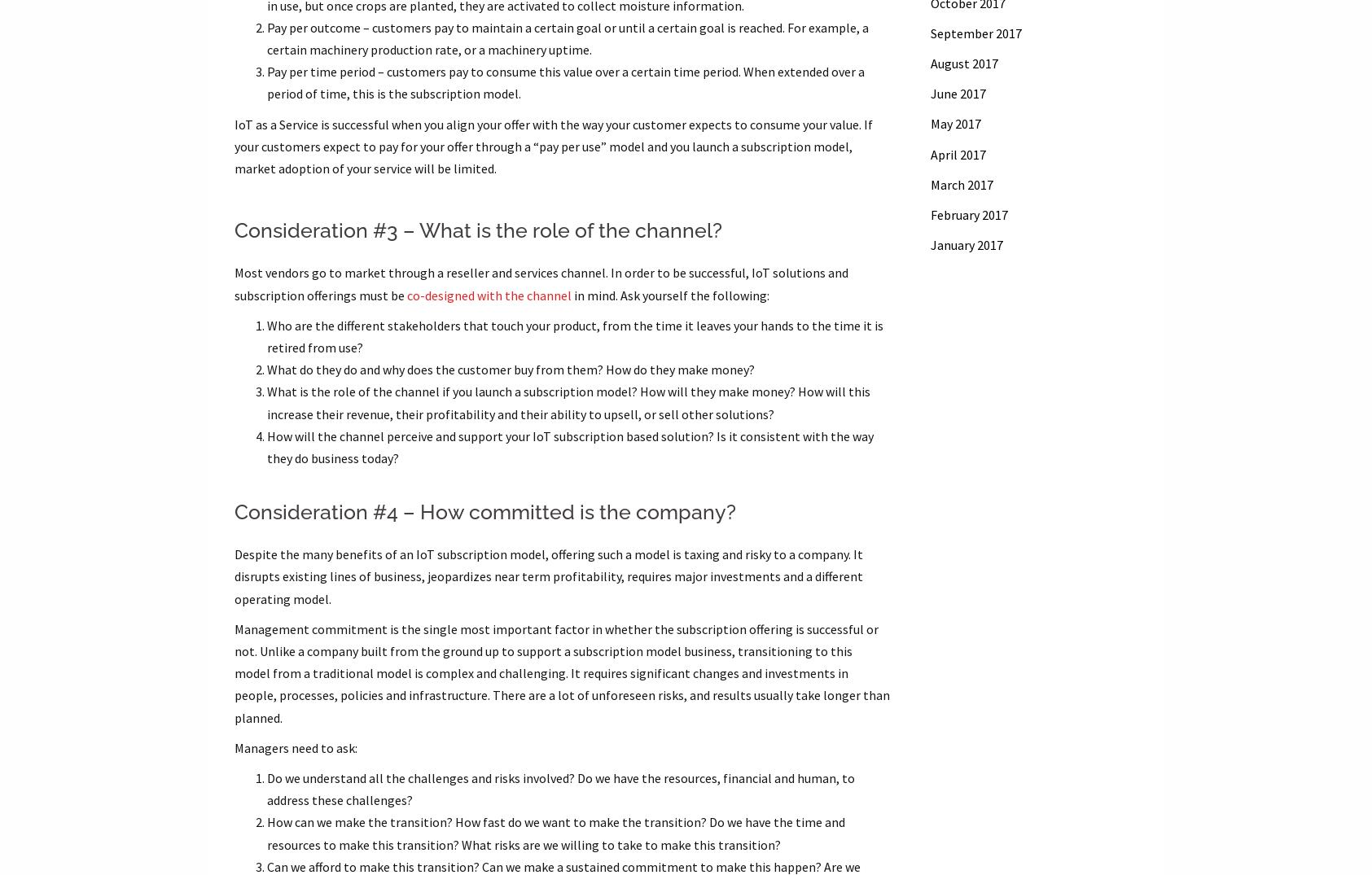 The width and height of the screenshot is (1372, 875). Describe the element at coordinates (963, 63) in the screenshot. I see `'August 2017'` at that location.